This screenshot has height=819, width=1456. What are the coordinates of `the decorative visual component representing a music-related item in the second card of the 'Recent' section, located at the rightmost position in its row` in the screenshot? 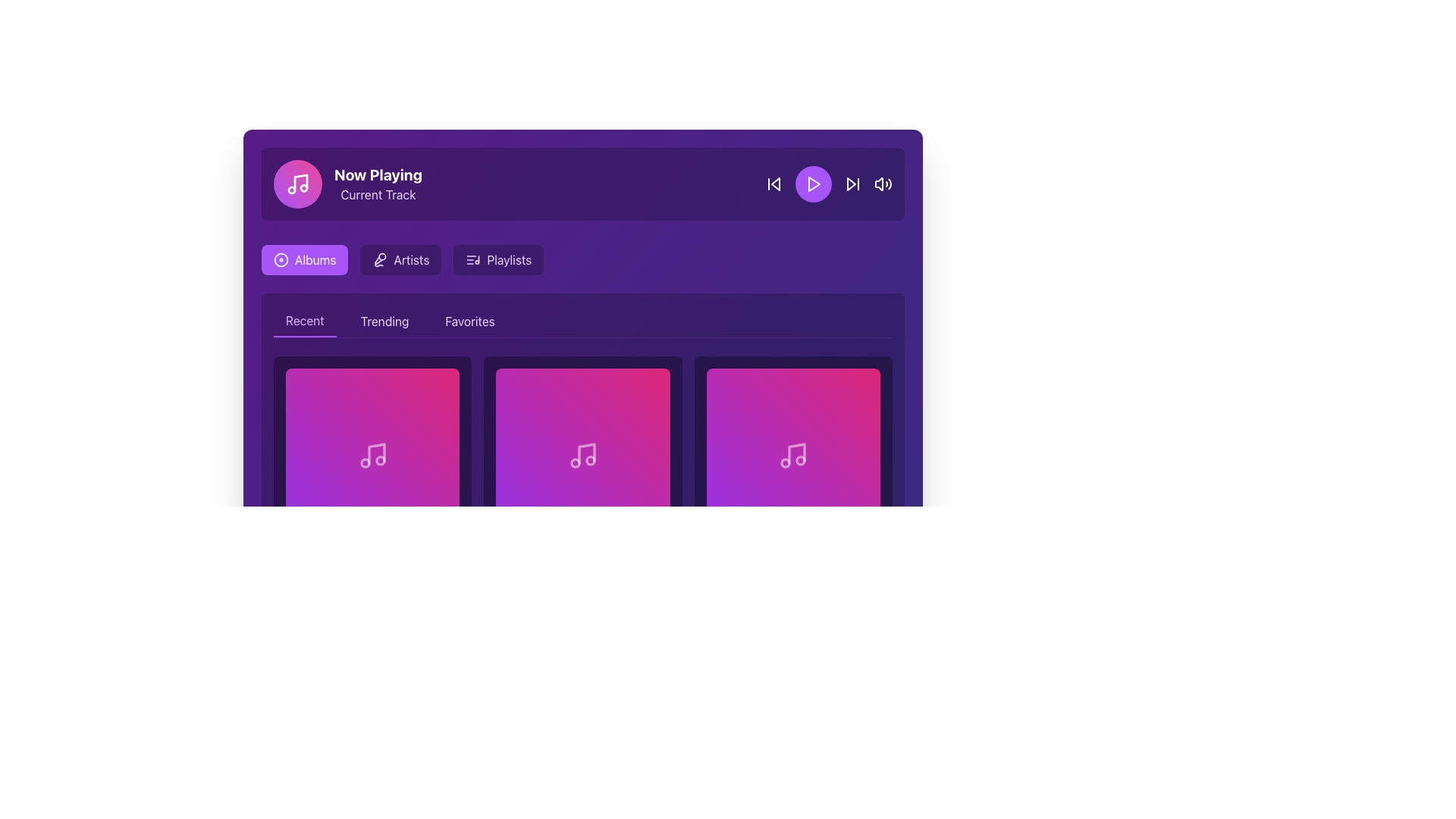 It's located at (792, 454).